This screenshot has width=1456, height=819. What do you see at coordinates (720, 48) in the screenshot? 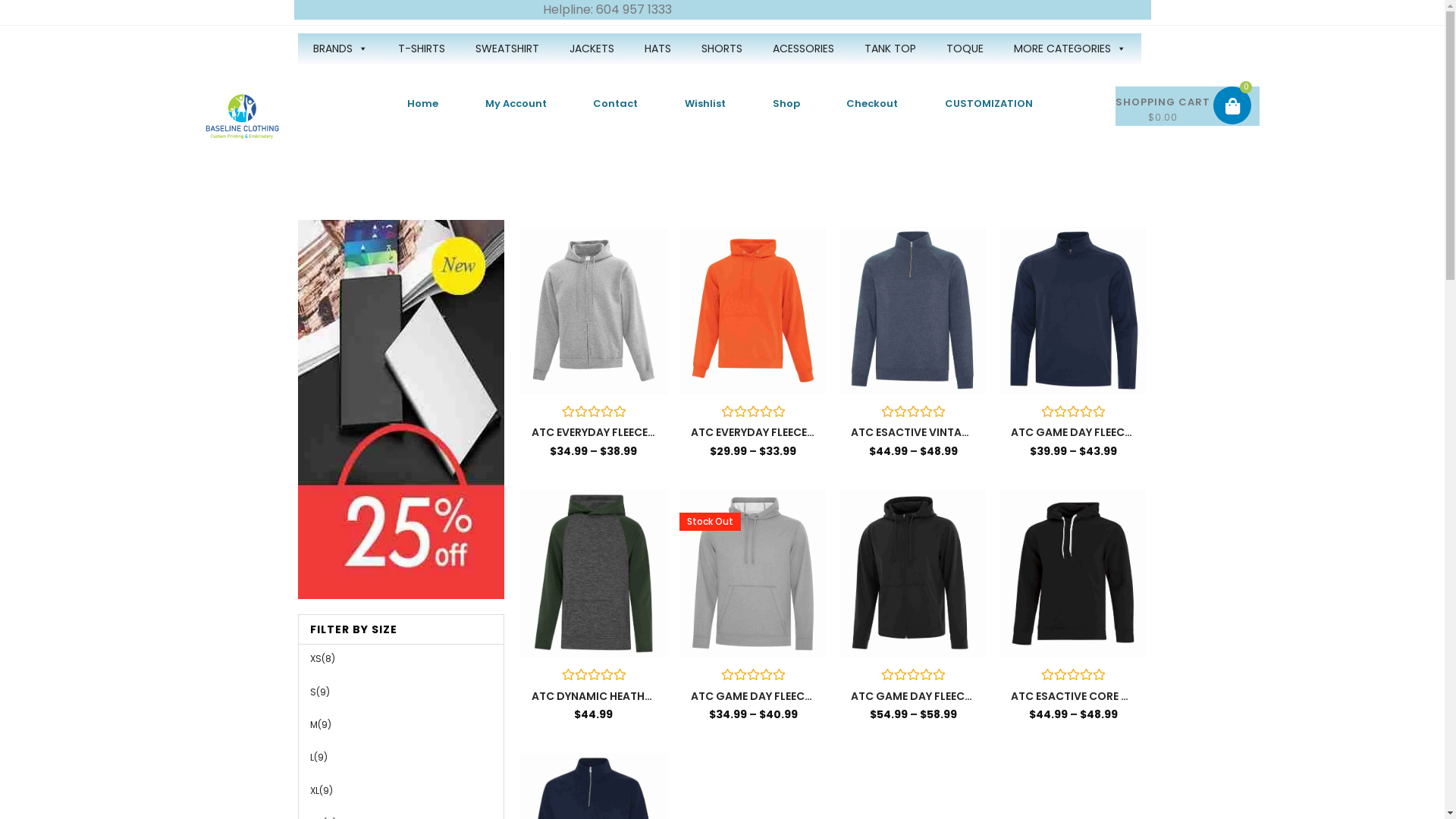
I see `'SHORTS'` at bounding box center [720, 48].